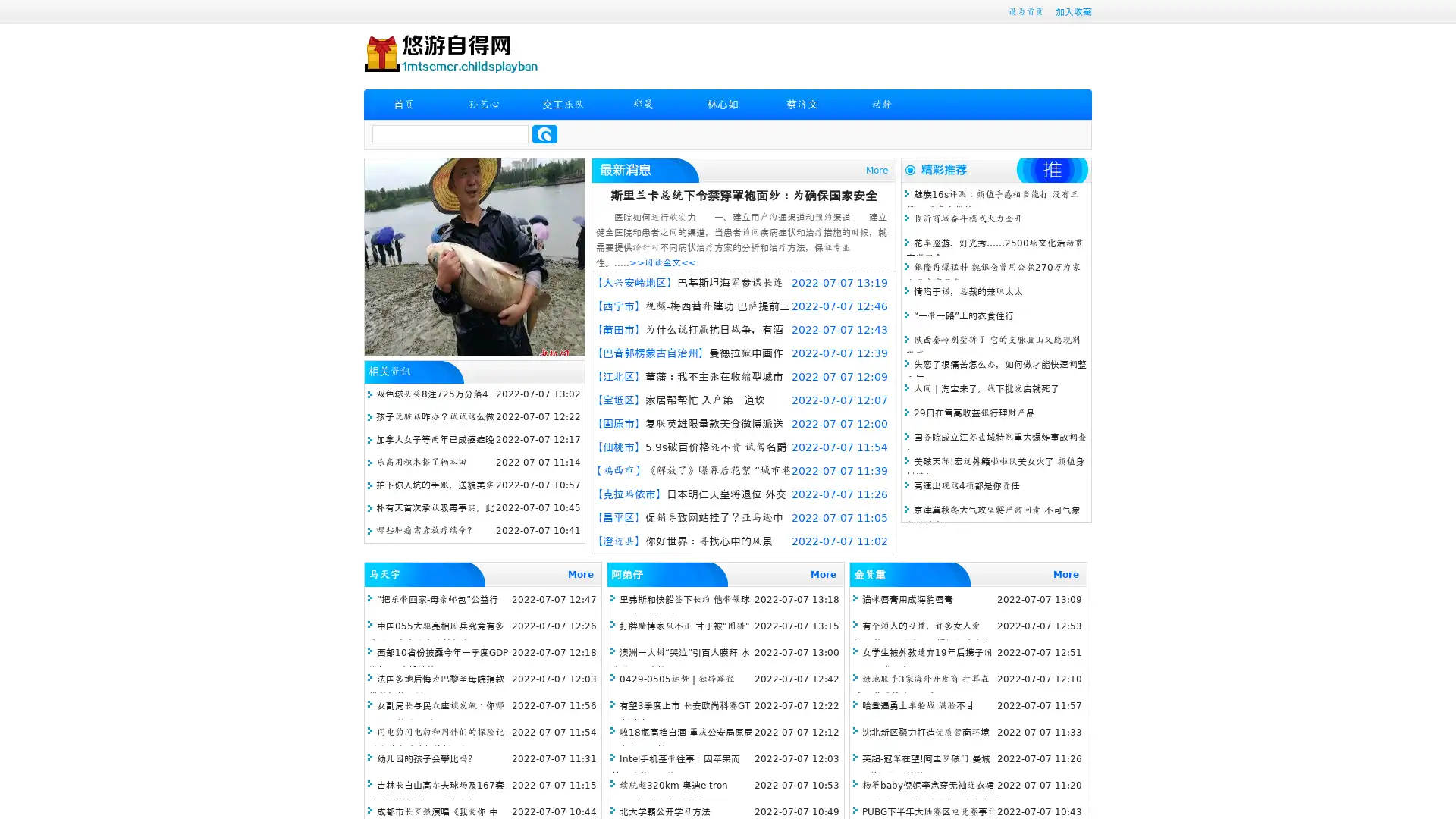 This screenshot has width=1456, height=819. Describe the element at coordinates (544, 133) in the screenshot. I see `Search` at that location.